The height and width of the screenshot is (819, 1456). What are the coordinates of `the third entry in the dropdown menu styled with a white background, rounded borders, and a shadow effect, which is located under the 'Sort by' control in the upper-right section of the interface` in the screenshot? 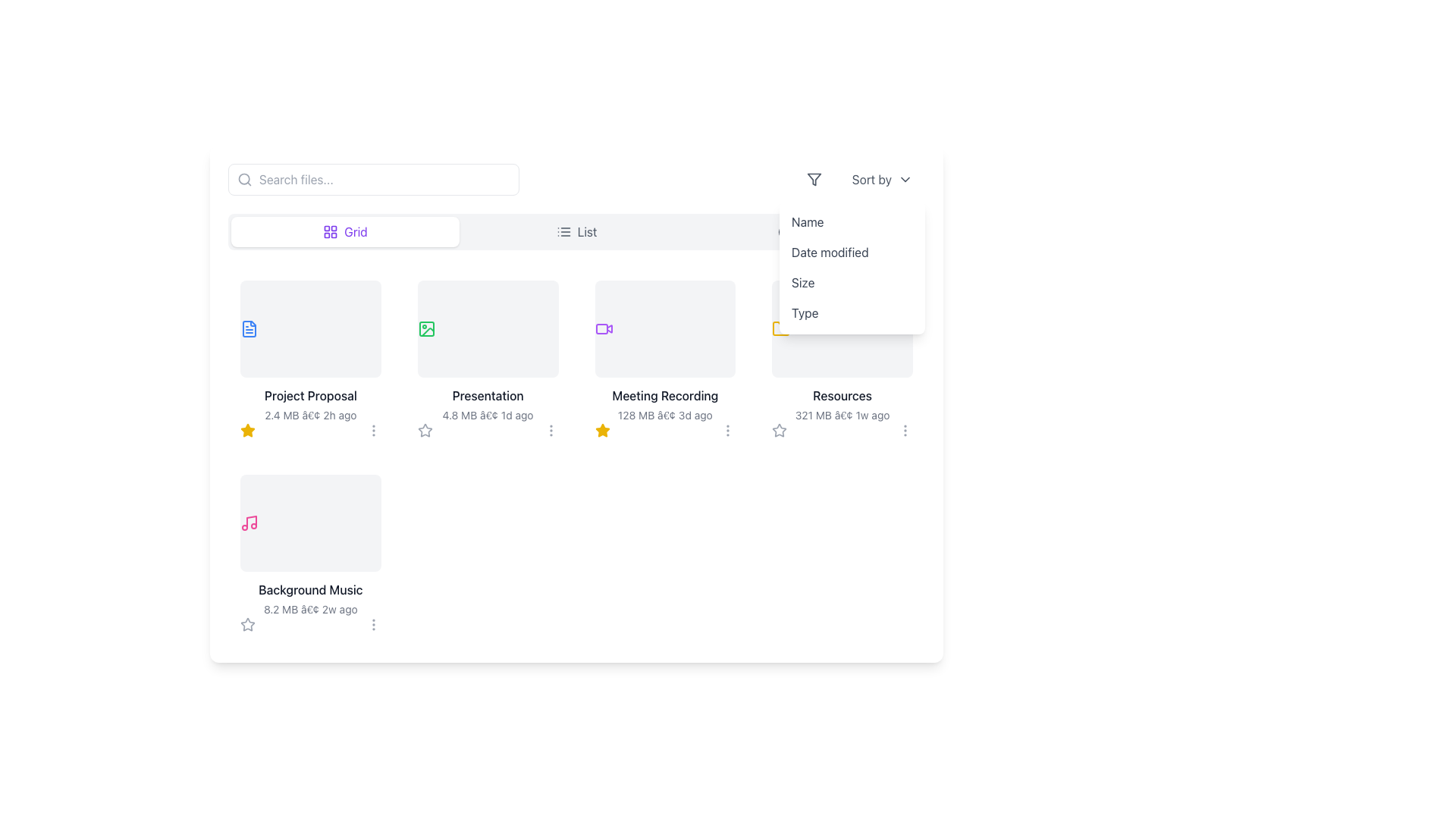 It's located at (852, 267).